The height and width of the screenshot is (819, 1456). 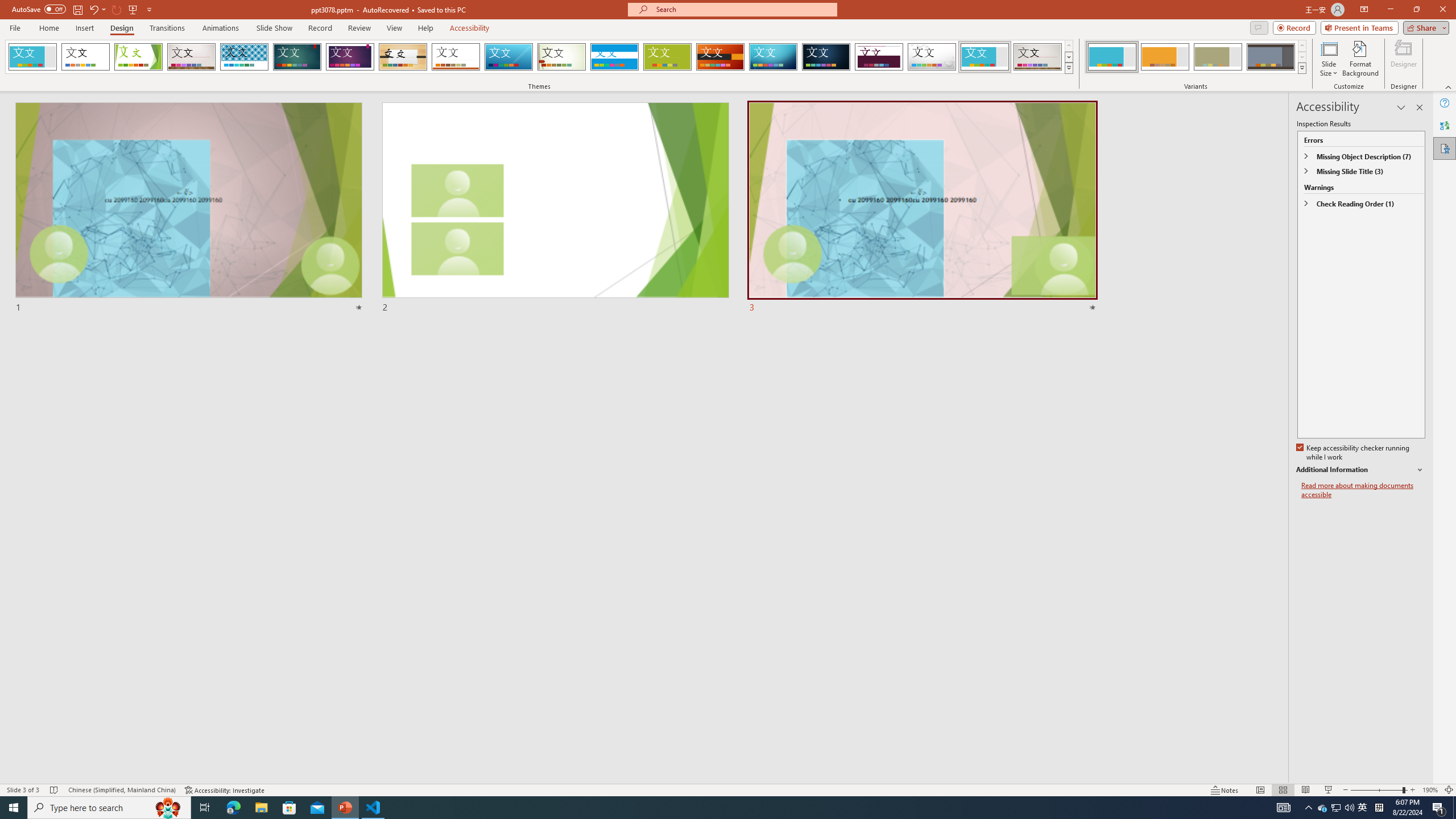 What do you see at coordinates (1430, 790) in the screenshot?
I see `'Zoom 190%'` at bounding box center [1430, 790].